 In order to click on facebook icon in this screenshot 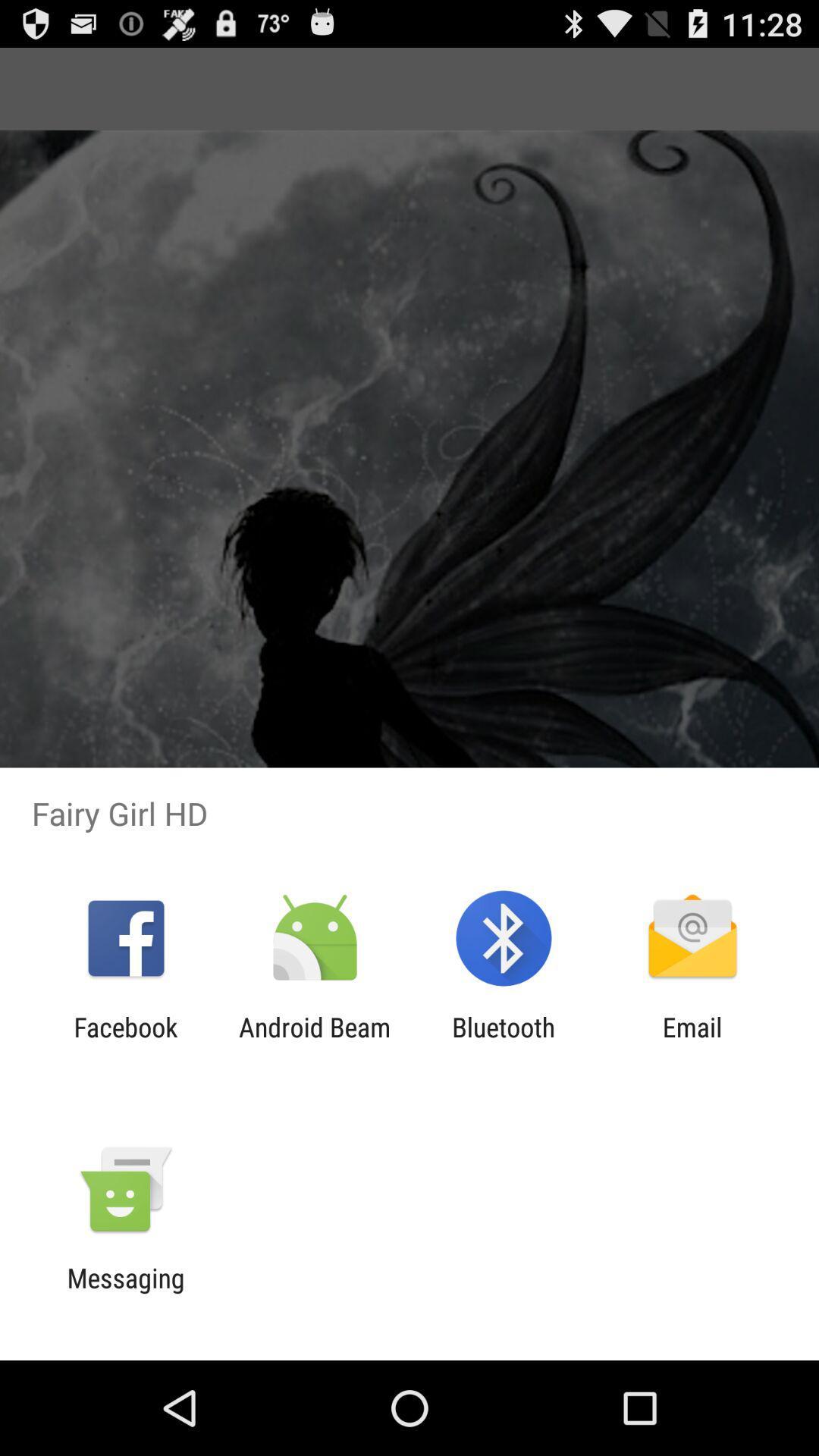, I will do `click(125, 1042)`.